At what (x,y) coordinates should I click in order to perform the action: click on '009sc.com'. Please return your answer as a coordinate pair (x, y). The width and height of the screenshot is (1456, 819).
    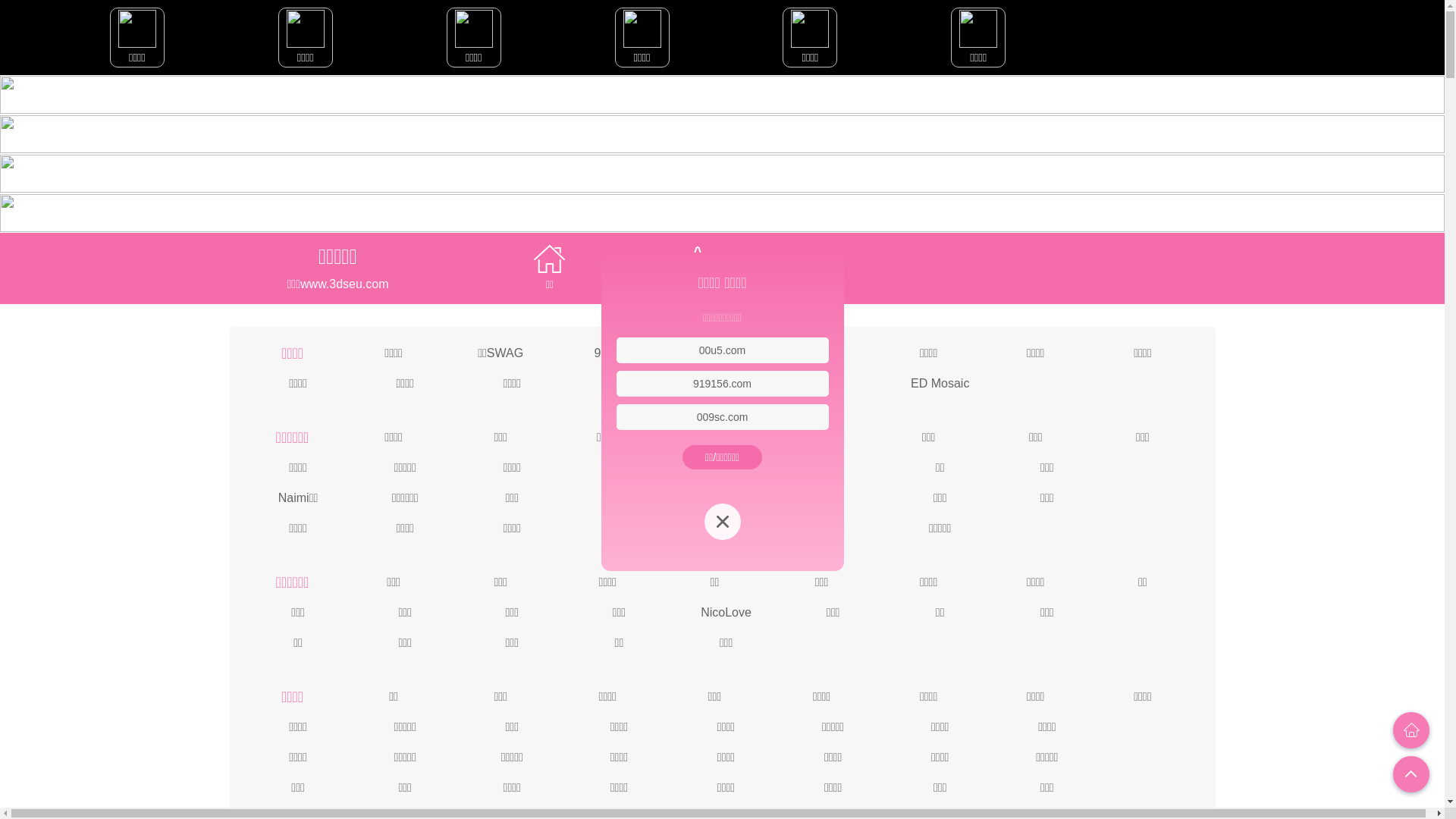
    Looking at the image, I should click on (695, 417).